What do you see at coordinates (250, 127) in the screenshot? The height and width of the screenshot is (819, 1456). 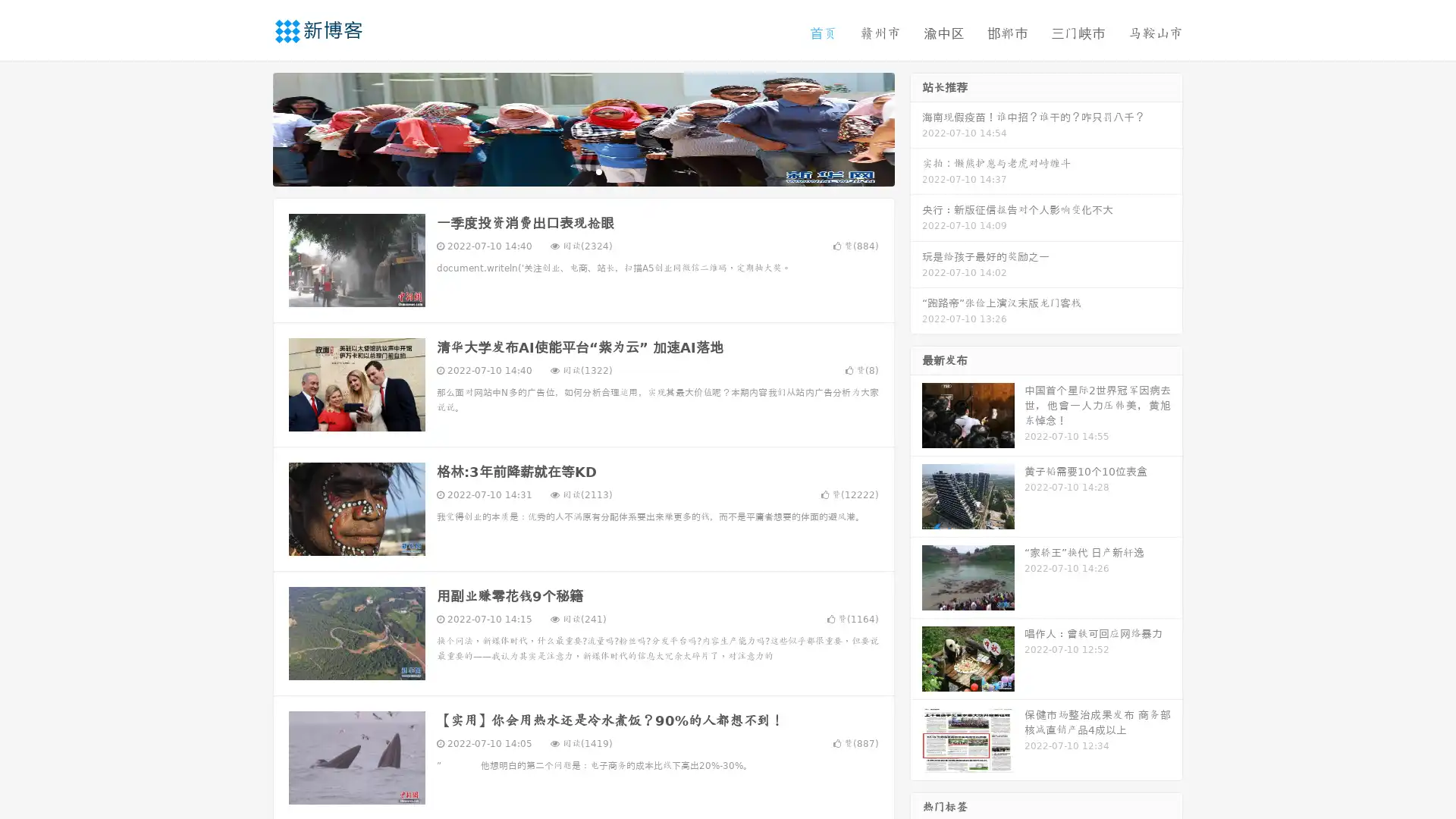 I see `Previous slide` at bounding box center [250, 127].